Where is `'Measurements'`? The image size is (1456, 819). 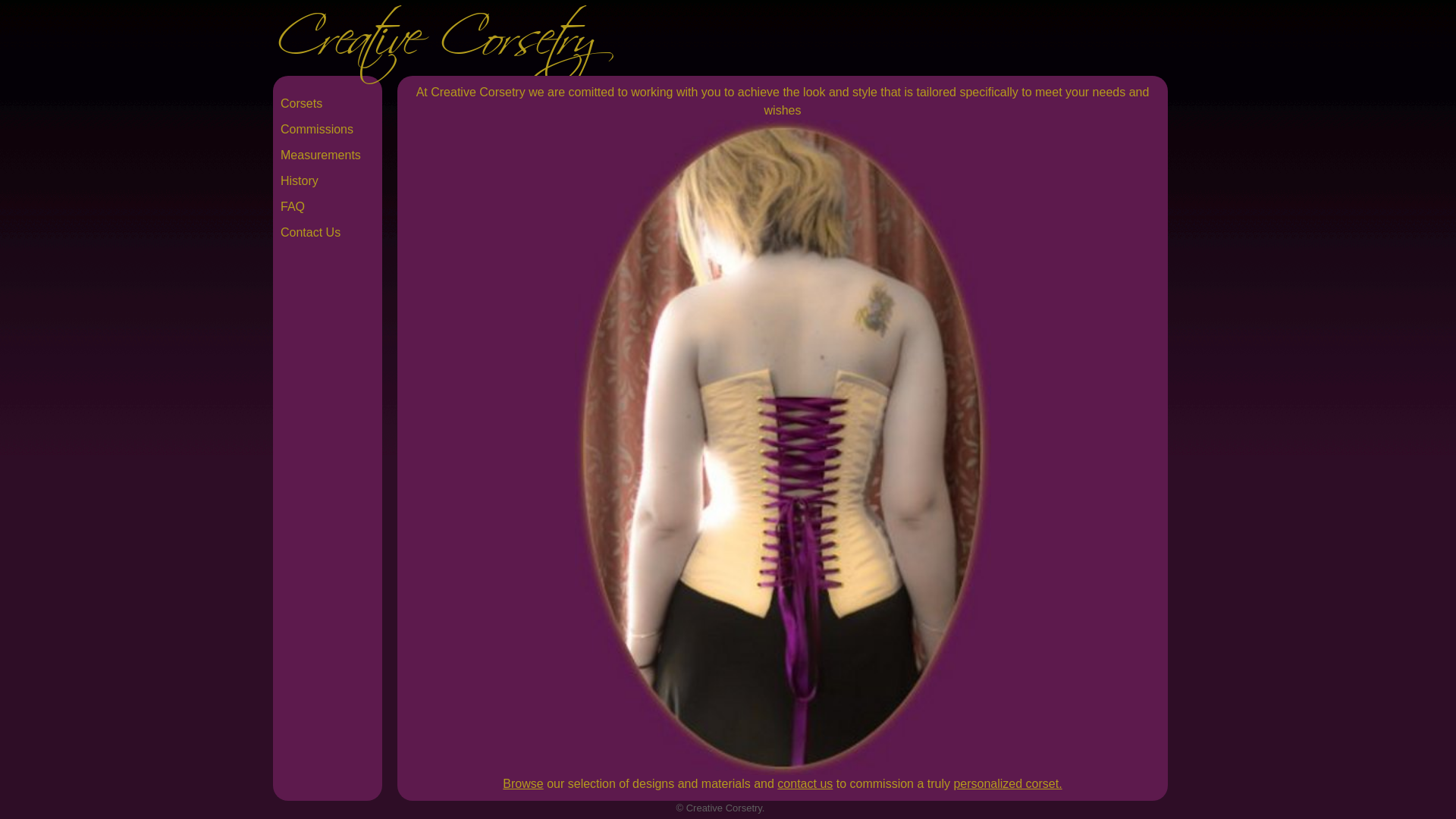
'Measurements' is located at coordinates (273, 155).